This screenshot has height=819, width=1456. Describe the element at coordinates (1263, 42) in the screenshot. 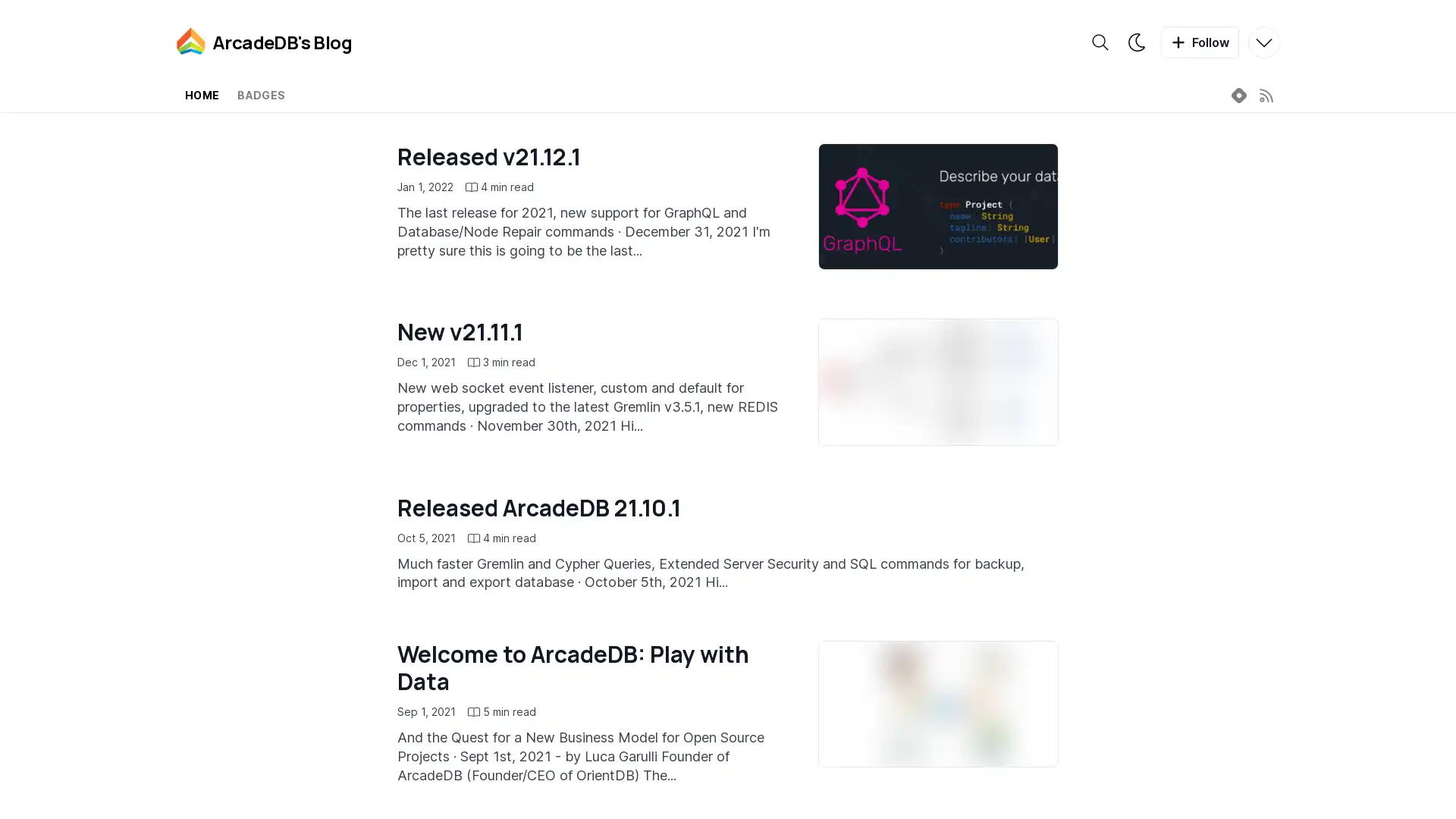

I see `More` at that location.